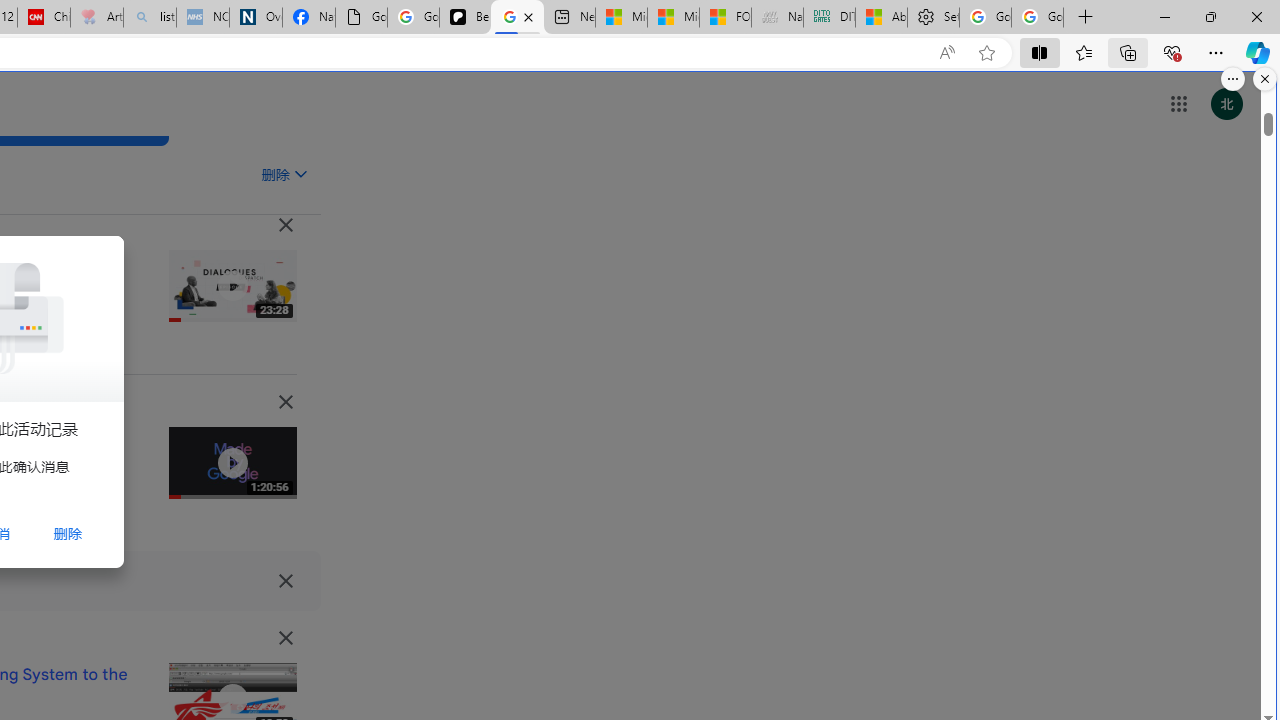 This screenshot has height=720, width=1280. I want to click on 'Google Analytics Opt-out Browser Add-on Download Page', so click(360, 17).